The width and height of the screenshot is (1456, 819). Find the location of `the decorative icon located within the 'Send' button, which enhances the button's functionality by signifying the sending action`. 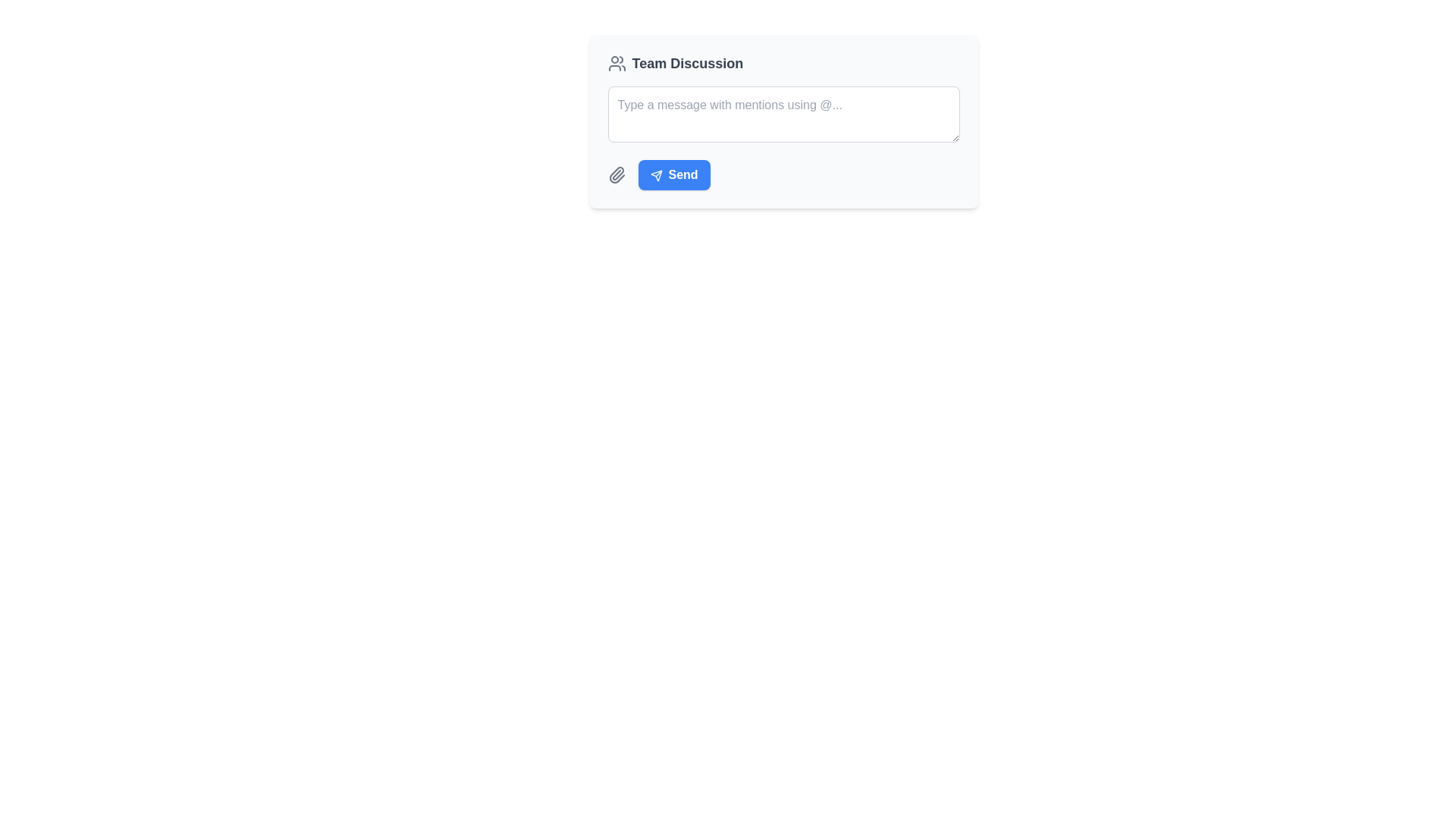

the decorative icon located within the 'Send' button, which enhances the button's functionality by signifying the sending action is located at coordinates (656, 174).